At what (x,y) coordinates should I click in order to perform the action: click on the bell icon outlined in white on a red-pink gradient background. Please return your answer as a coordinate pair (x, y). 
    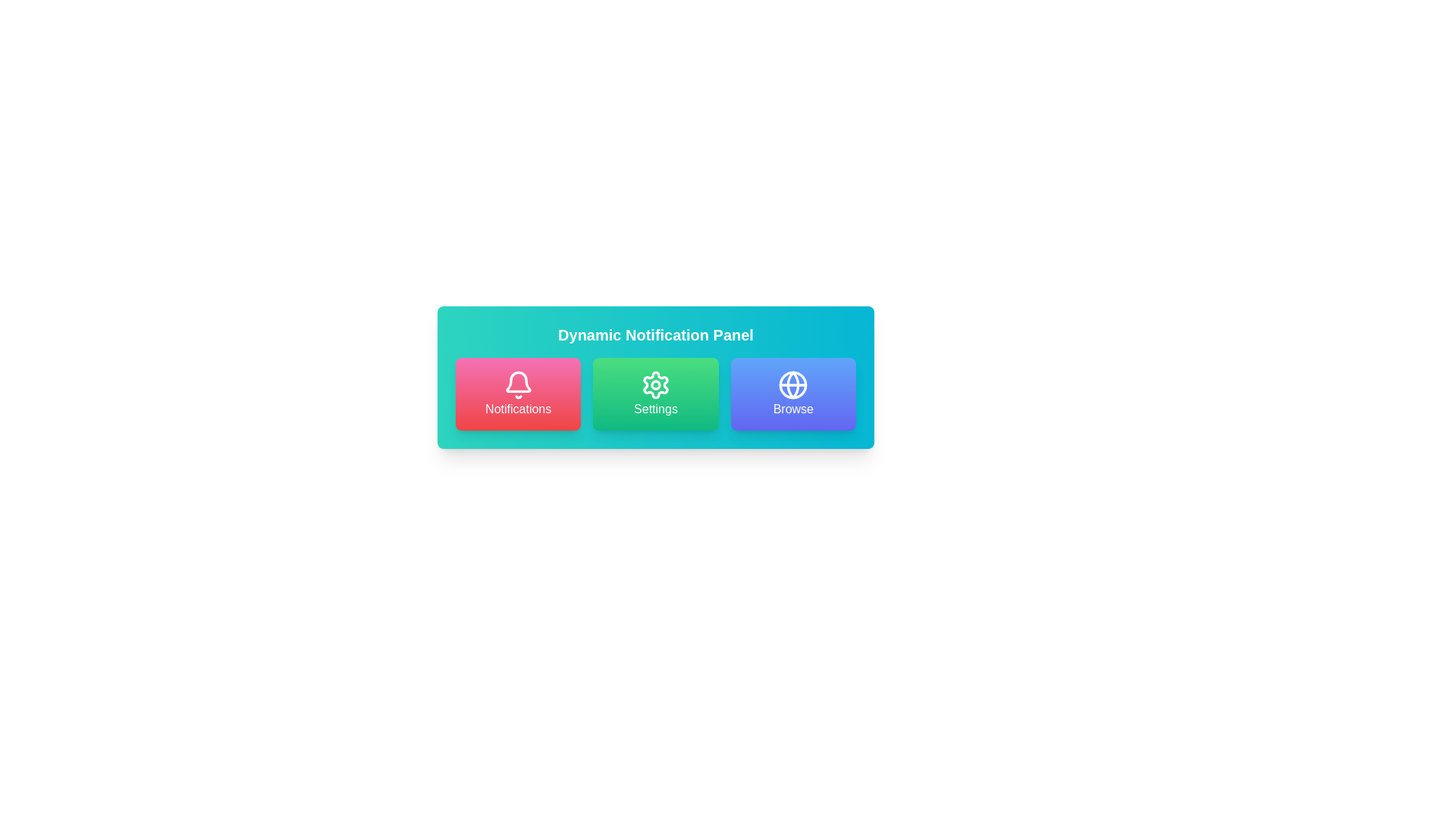
    Looking at the image, I should click on (518, 384).